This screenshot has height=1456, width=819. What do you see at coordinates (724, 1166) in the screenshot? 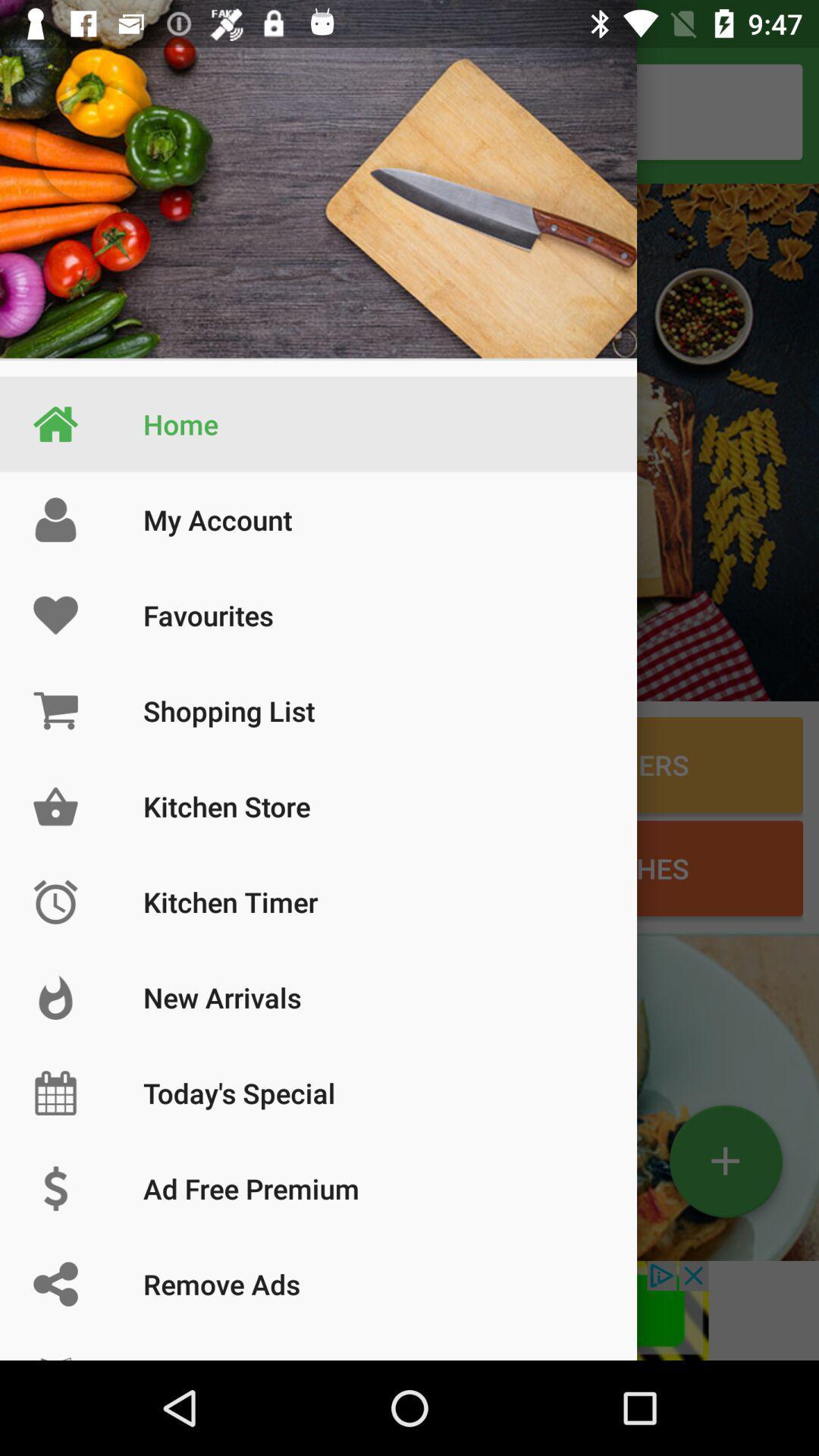
I see `the add icon` at bounding box center [724, 1166].